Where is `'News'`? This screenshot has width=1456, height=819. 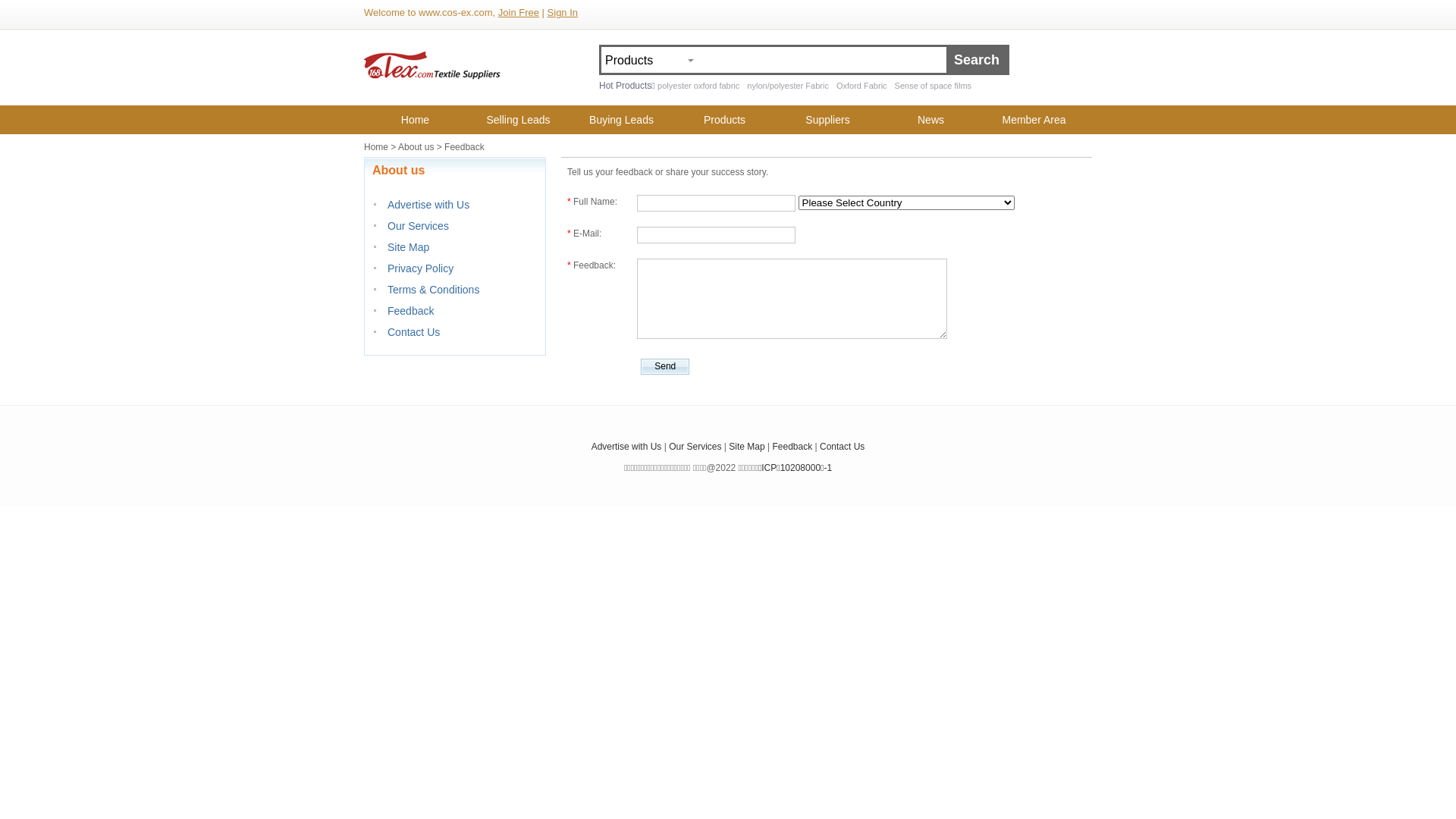
'News' is located at coordinates (930, 119).